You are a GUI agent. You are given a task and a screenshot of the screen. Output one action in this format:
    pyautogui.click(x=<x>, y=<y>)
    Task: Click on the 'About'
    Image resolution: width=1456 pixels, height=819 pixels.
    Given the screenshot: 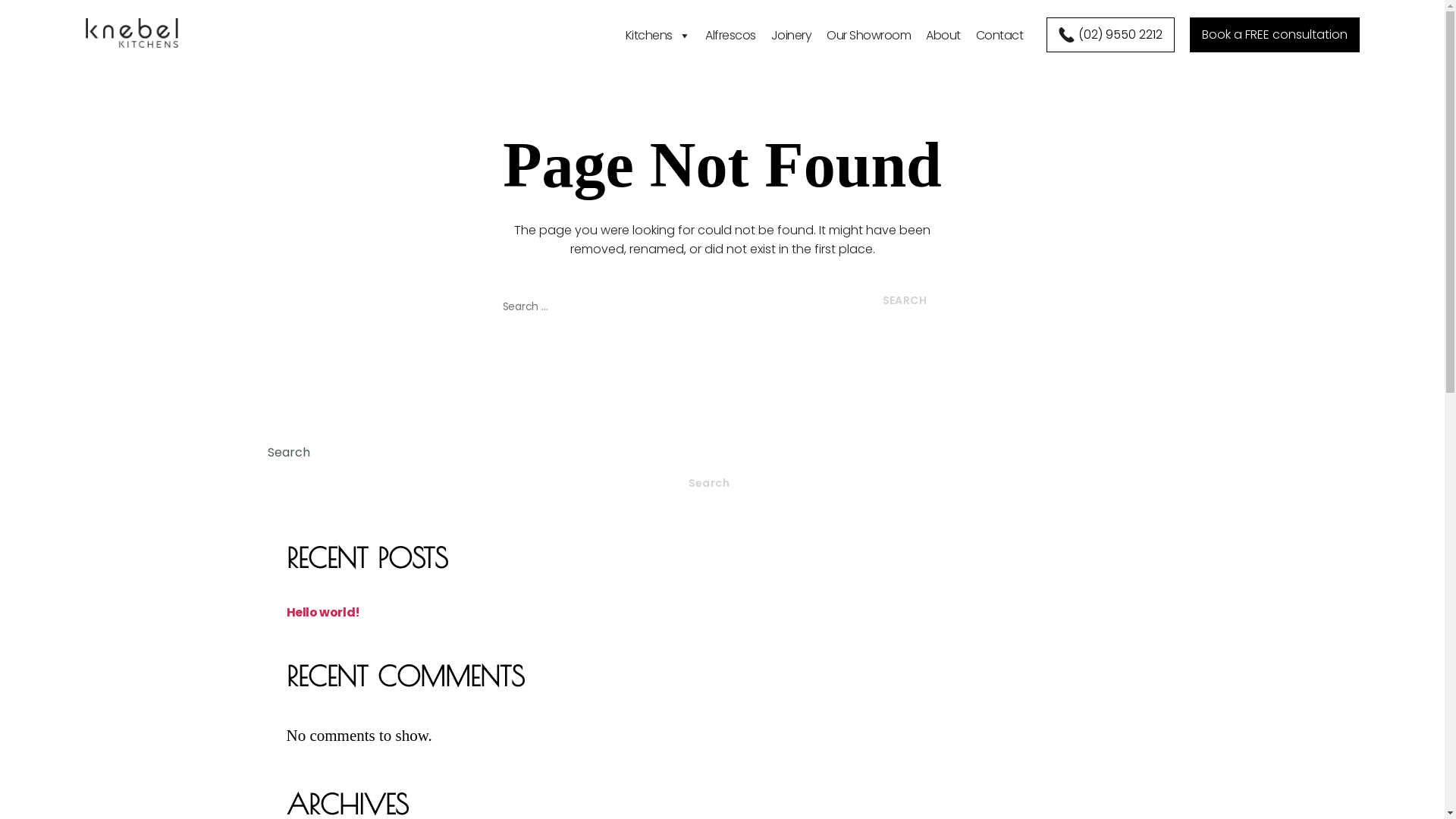 What is the action you would take?
    pyautogui.click(x=942, y=30)
    